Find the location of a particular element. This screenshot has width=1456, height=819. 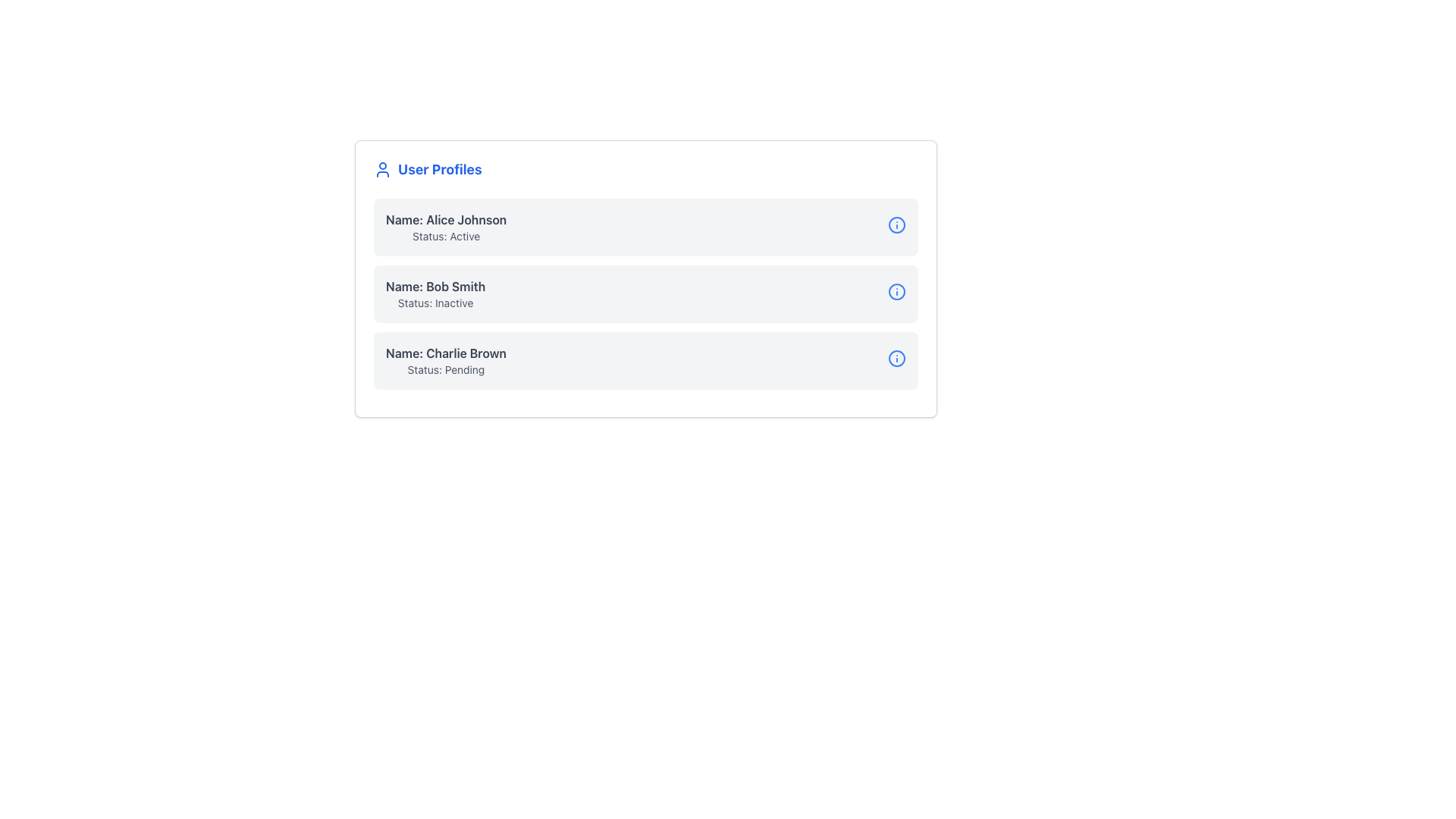

the solid circle icon at the center of the second user profile entry's information icon is located at coordinates (896, 292).